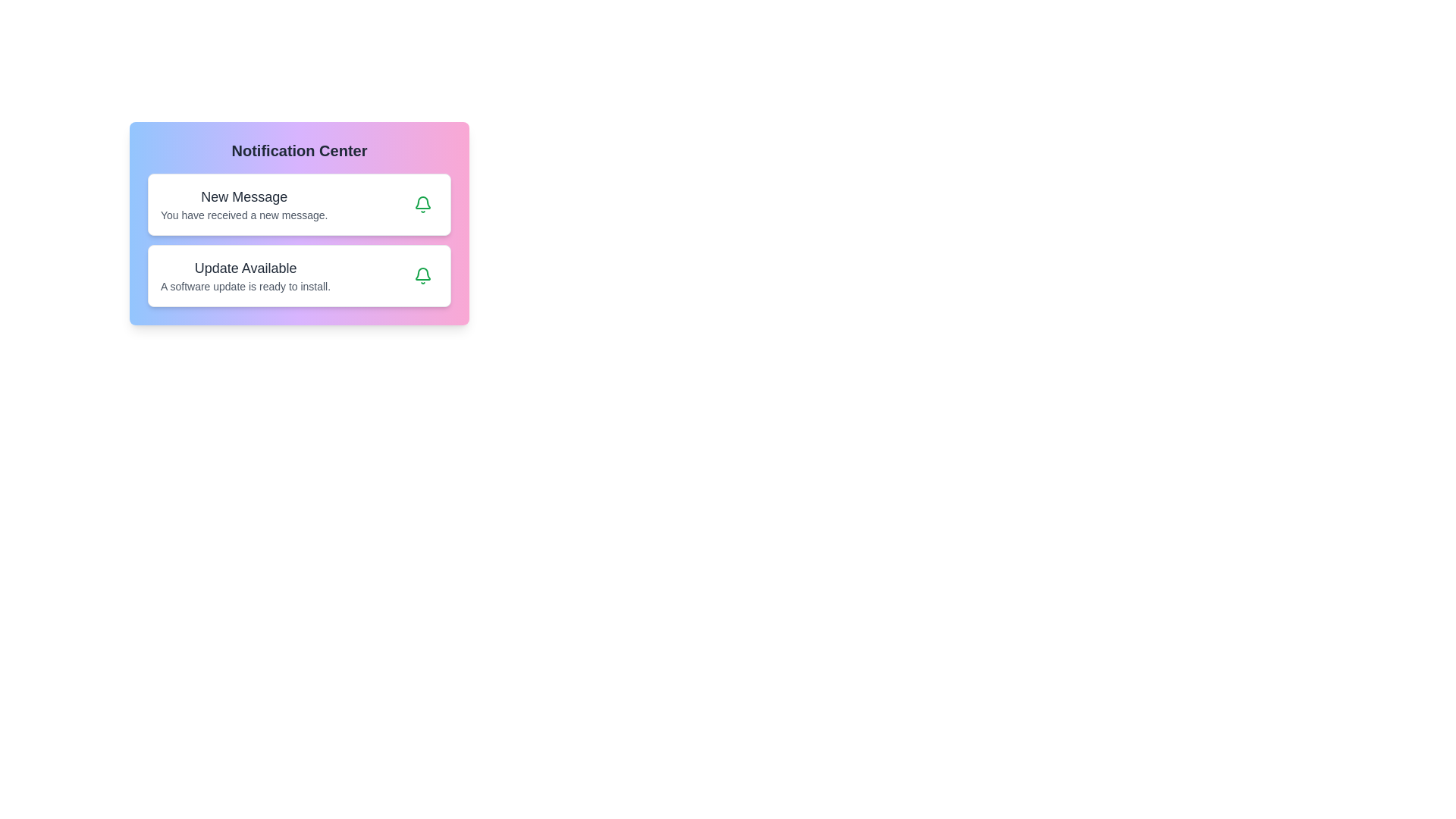 The width and height of the screenshot is (1456, 819). I want to click on the green bell icon positioned in the upper right side of the first notification card, near the text 'New Message', so click(422, 274).